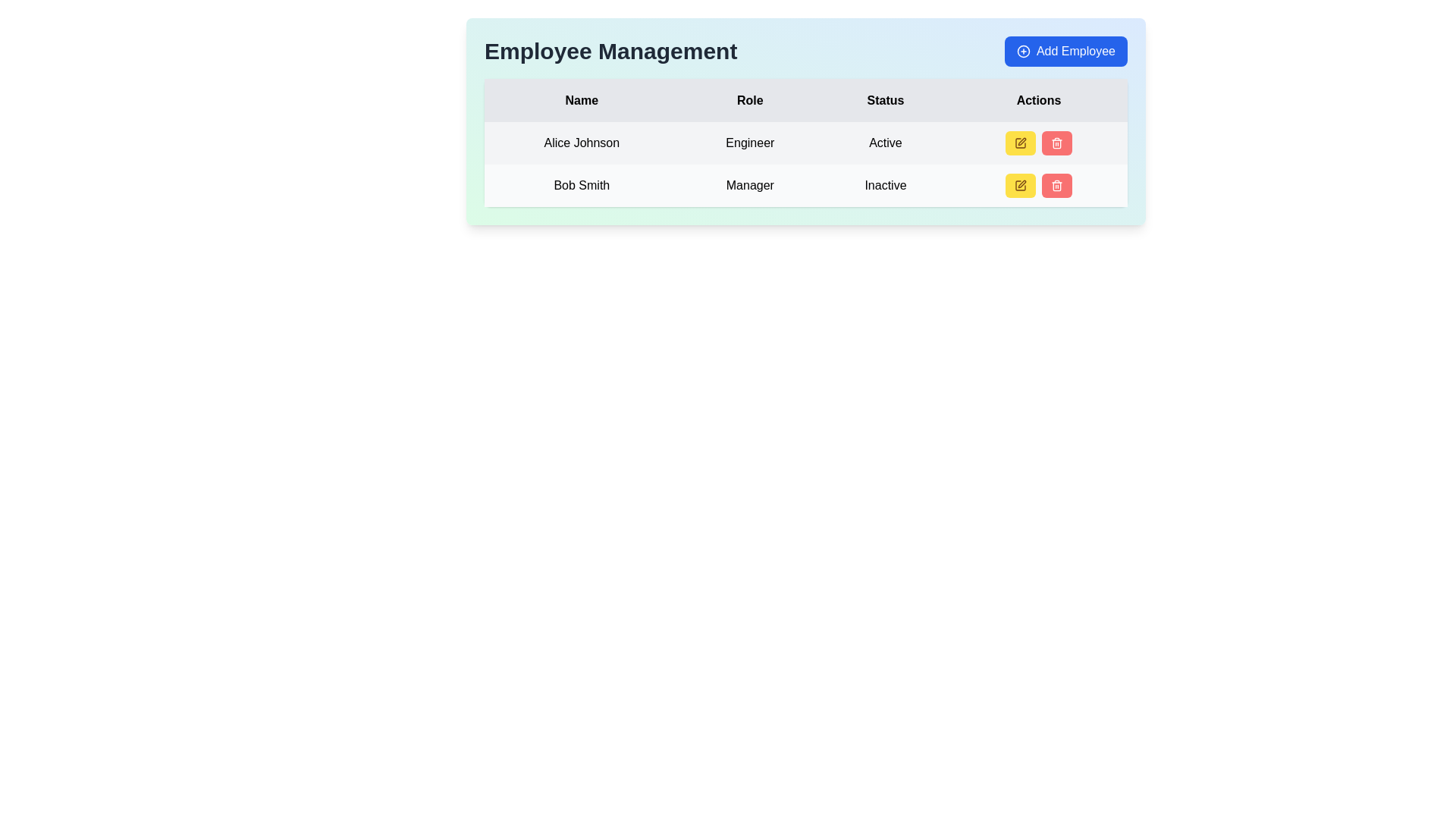  I want to click on the text label displaying 'Bob Smith', located in the second row under the 'Name' column of the table, so click(581, 185).